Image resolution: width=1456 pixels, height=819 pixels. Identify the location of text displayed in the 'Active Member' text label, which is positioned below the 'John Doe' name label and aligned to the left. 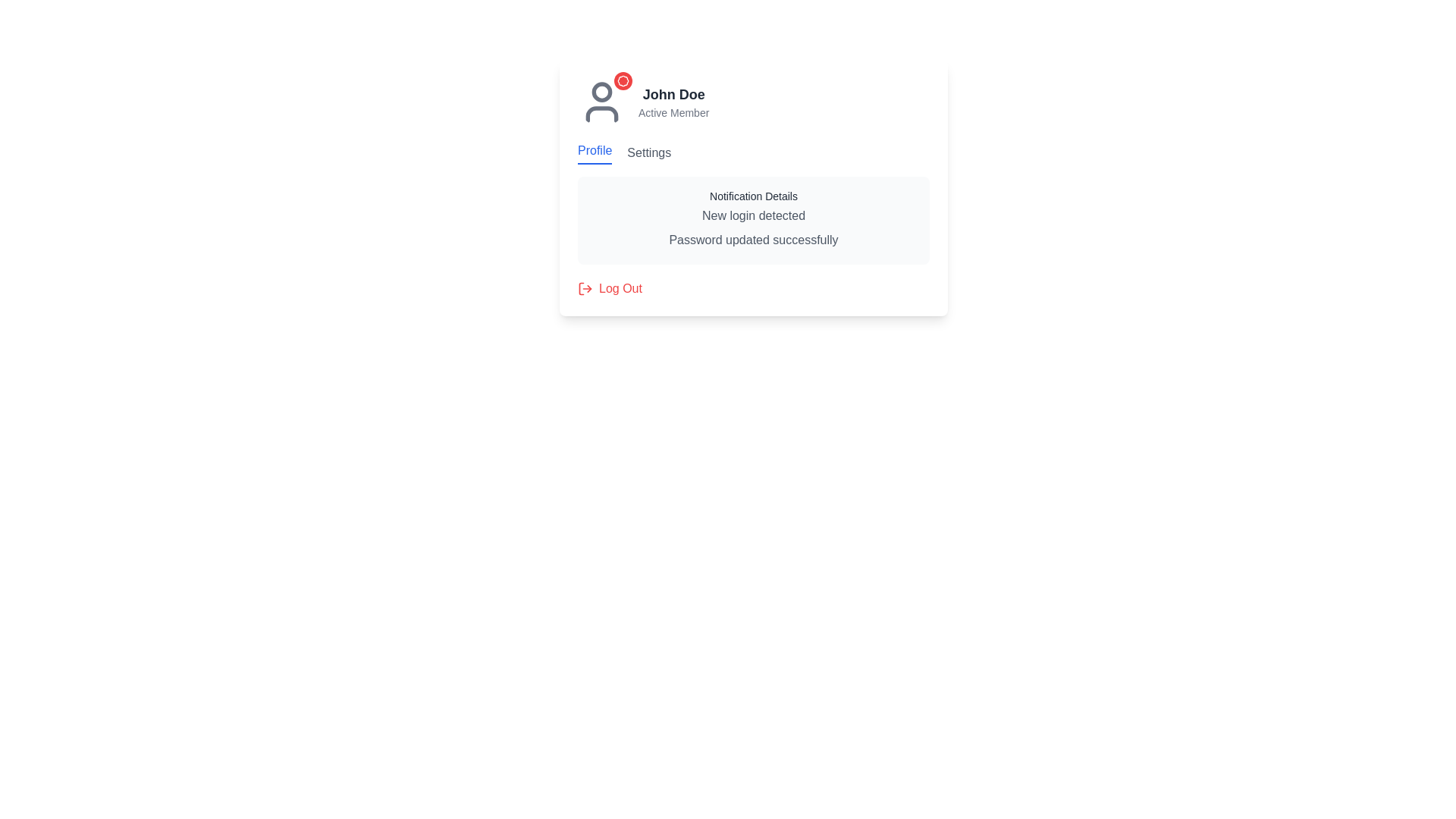
(673, 112).